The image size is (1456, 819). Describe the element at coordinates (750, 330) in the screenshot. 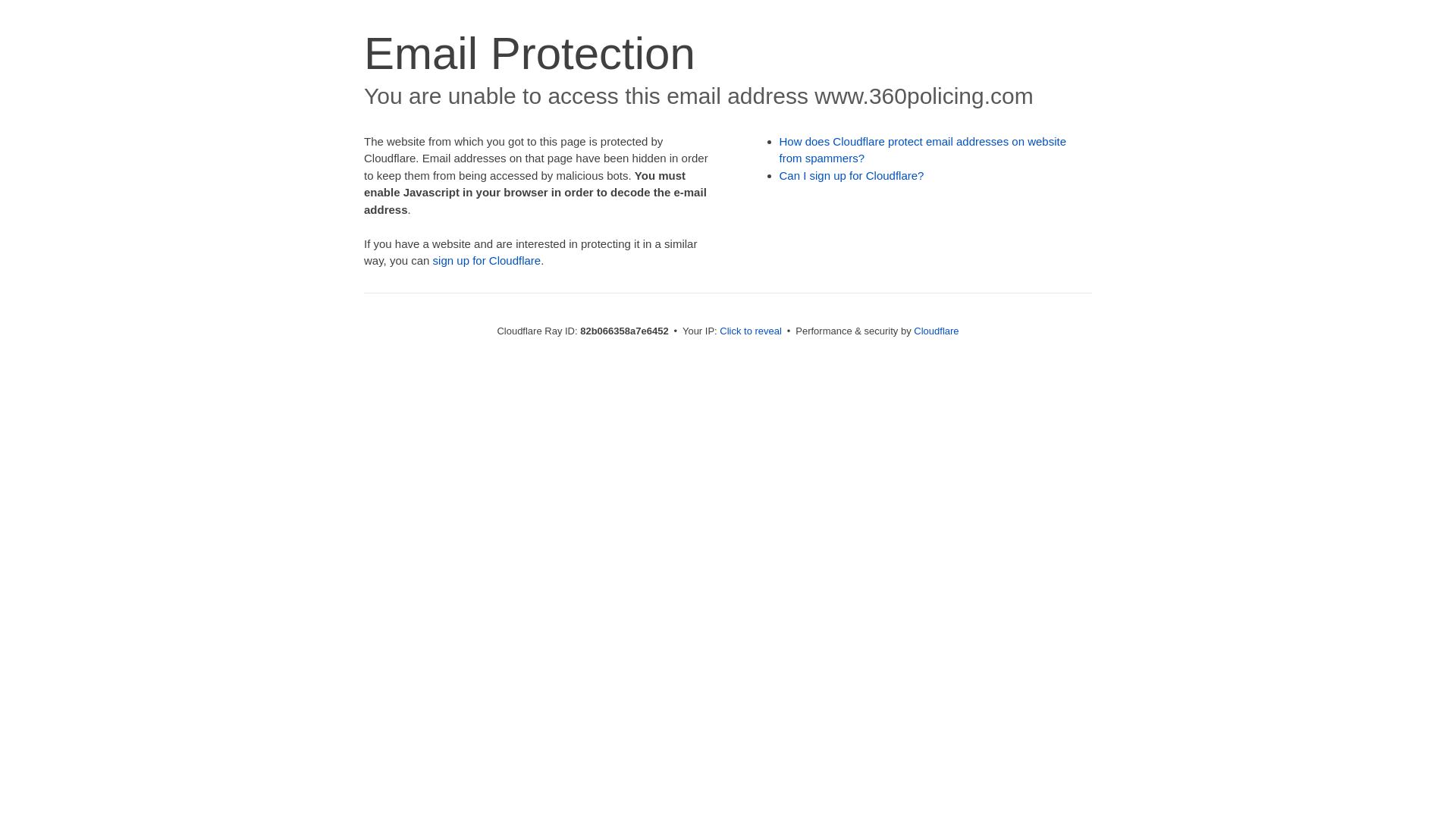

I see `'Click to reveal'` at that location.